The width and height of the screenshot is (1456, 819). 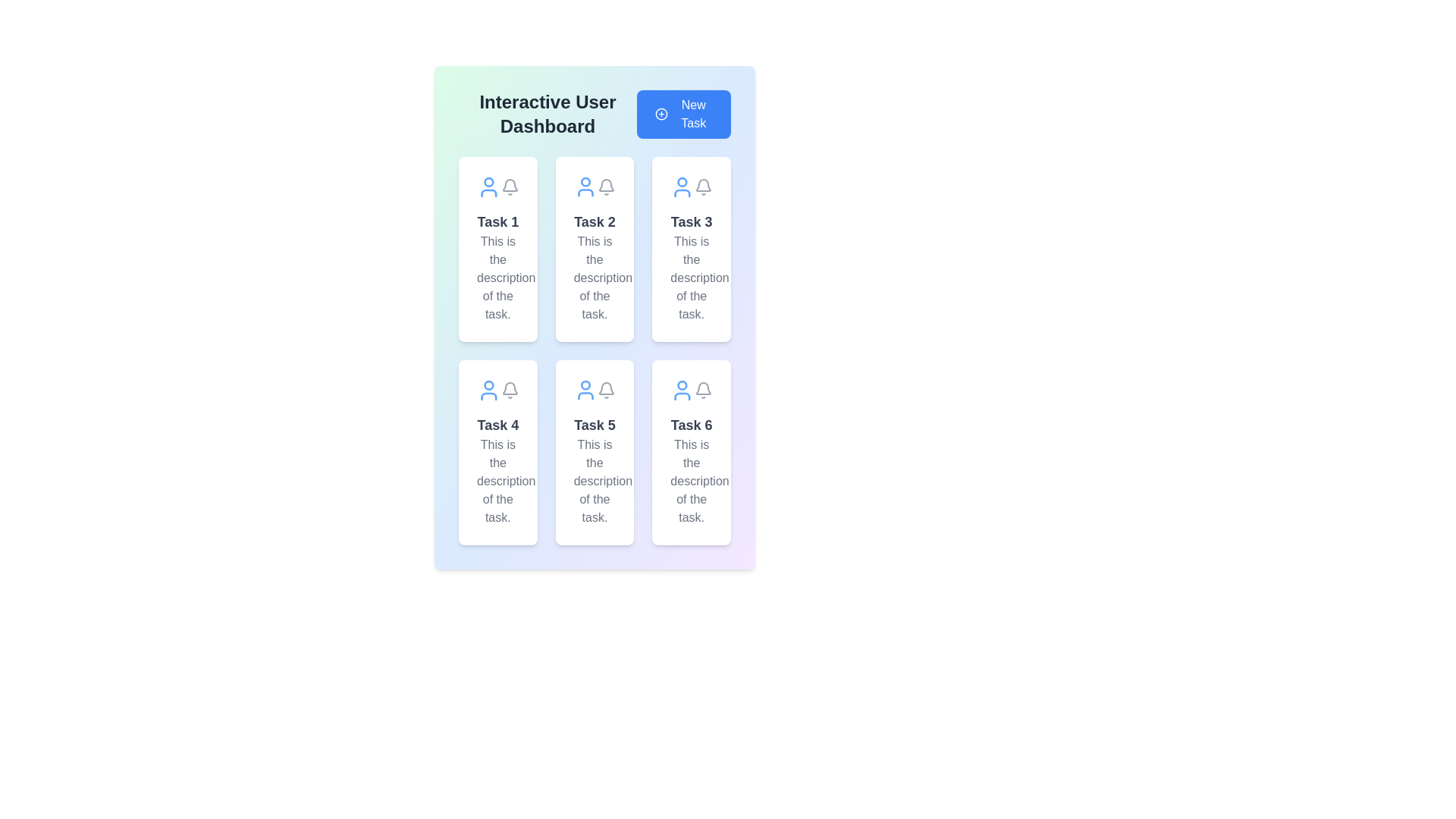 I want to click on the Icon group (user and notification icons) located at the top-left corner of Task 4 card, so click(x=497, y=390).